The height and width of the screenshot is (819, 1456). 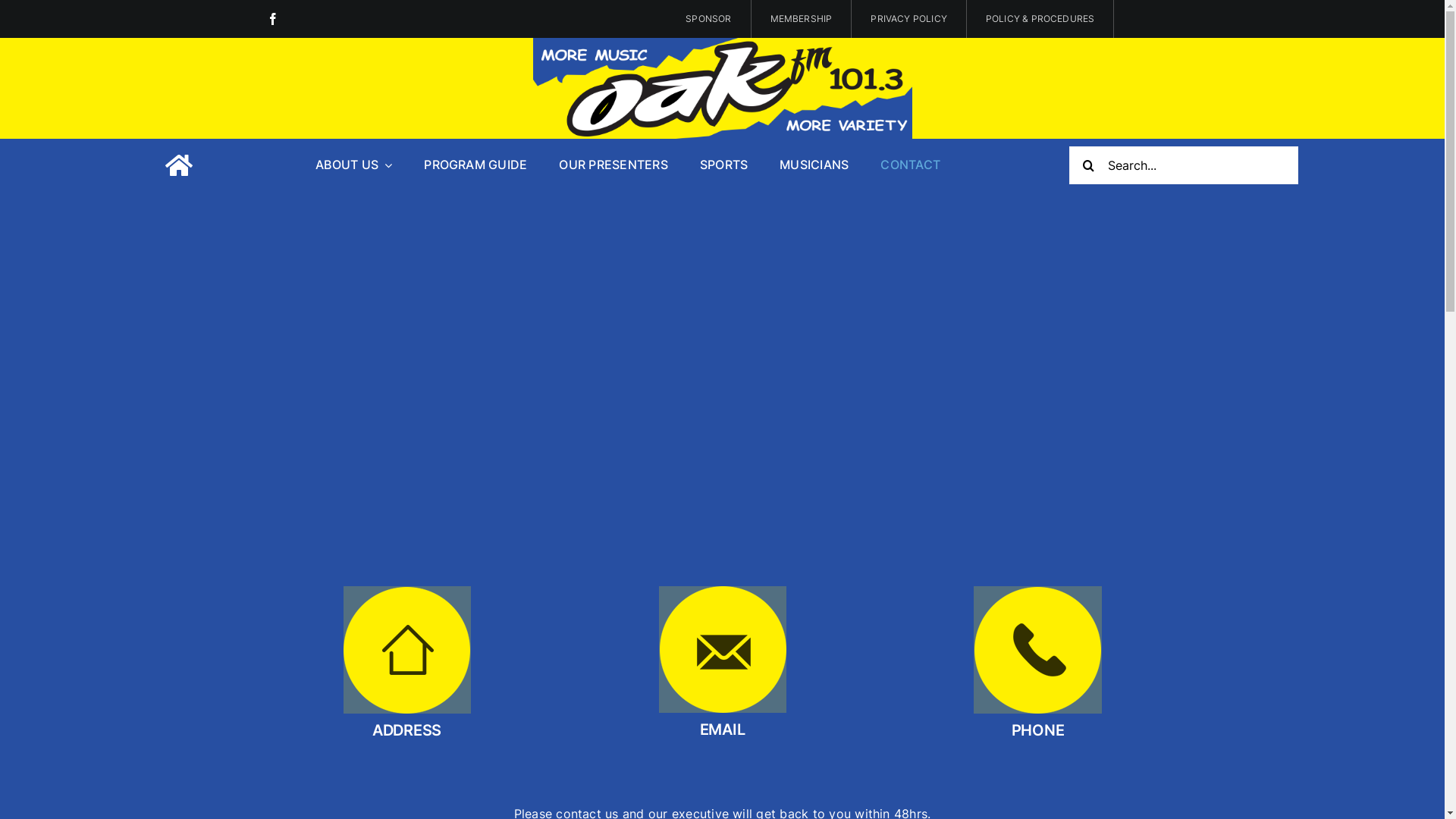 I want to click on 'MEMBERSHIP', so click(x=801, y=18).